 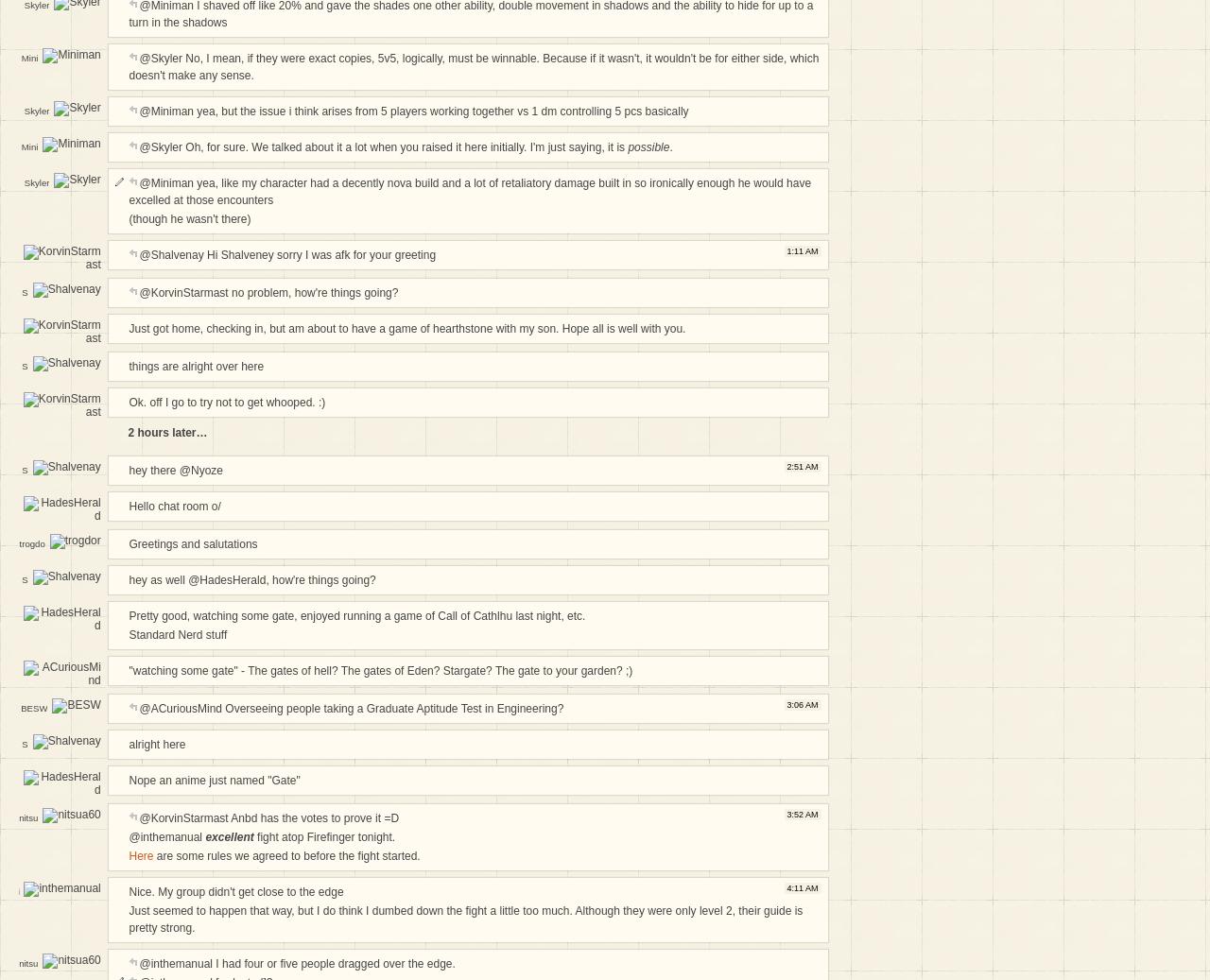 I want to click on 'Hello chat room o/', so click(x=174, y=505).